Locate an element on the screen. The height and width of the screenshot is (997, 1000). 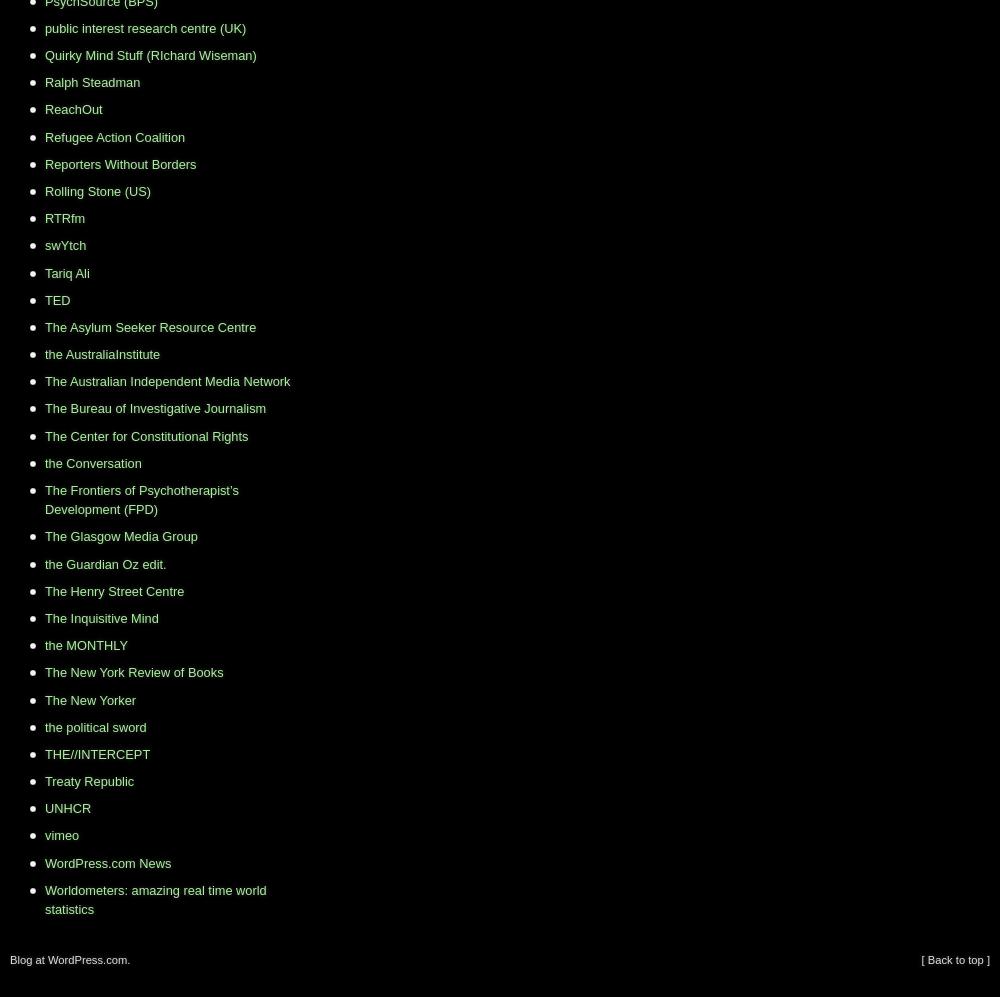
'Rolling Stone (US)' is located at coordinates (96, 190).